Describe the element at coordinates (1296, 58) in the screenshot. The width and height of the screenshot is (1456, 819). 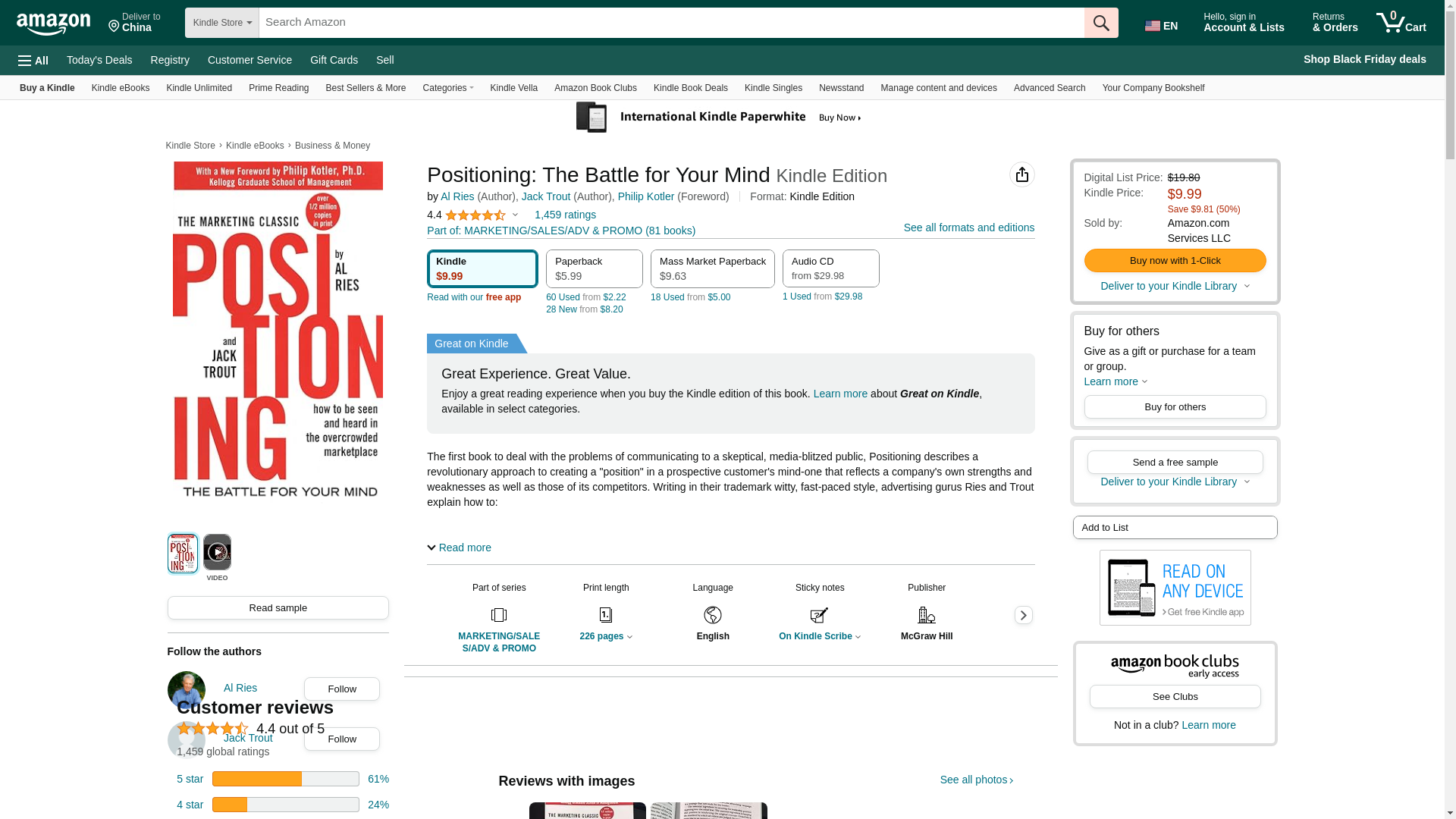
I see `'Shop Black Friday deals'` at that location.